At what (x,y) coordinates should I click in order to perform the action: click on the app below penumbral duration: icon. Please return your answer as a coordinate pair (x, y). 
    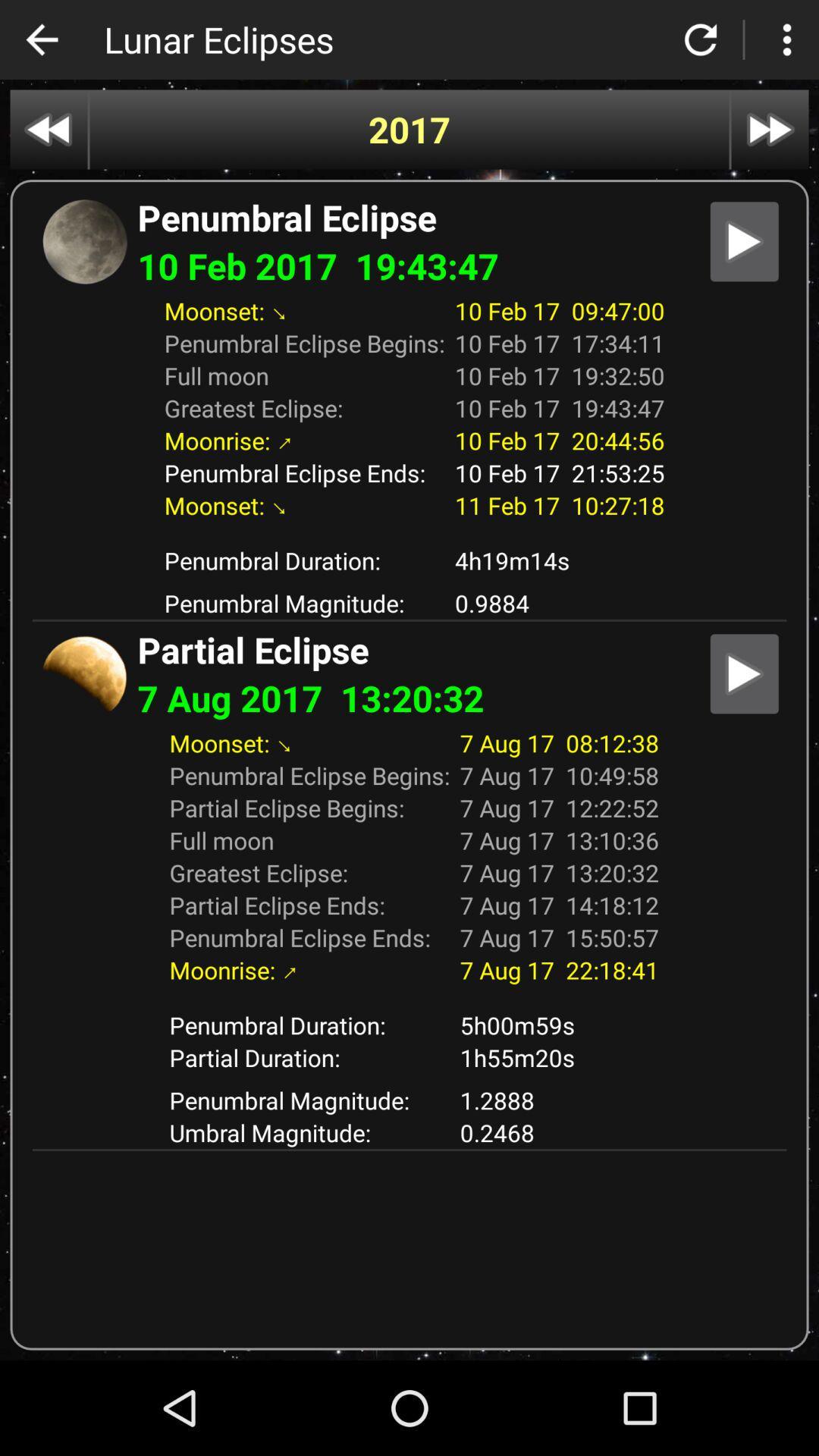
    Looking at the image, I should click on (559, 1056).